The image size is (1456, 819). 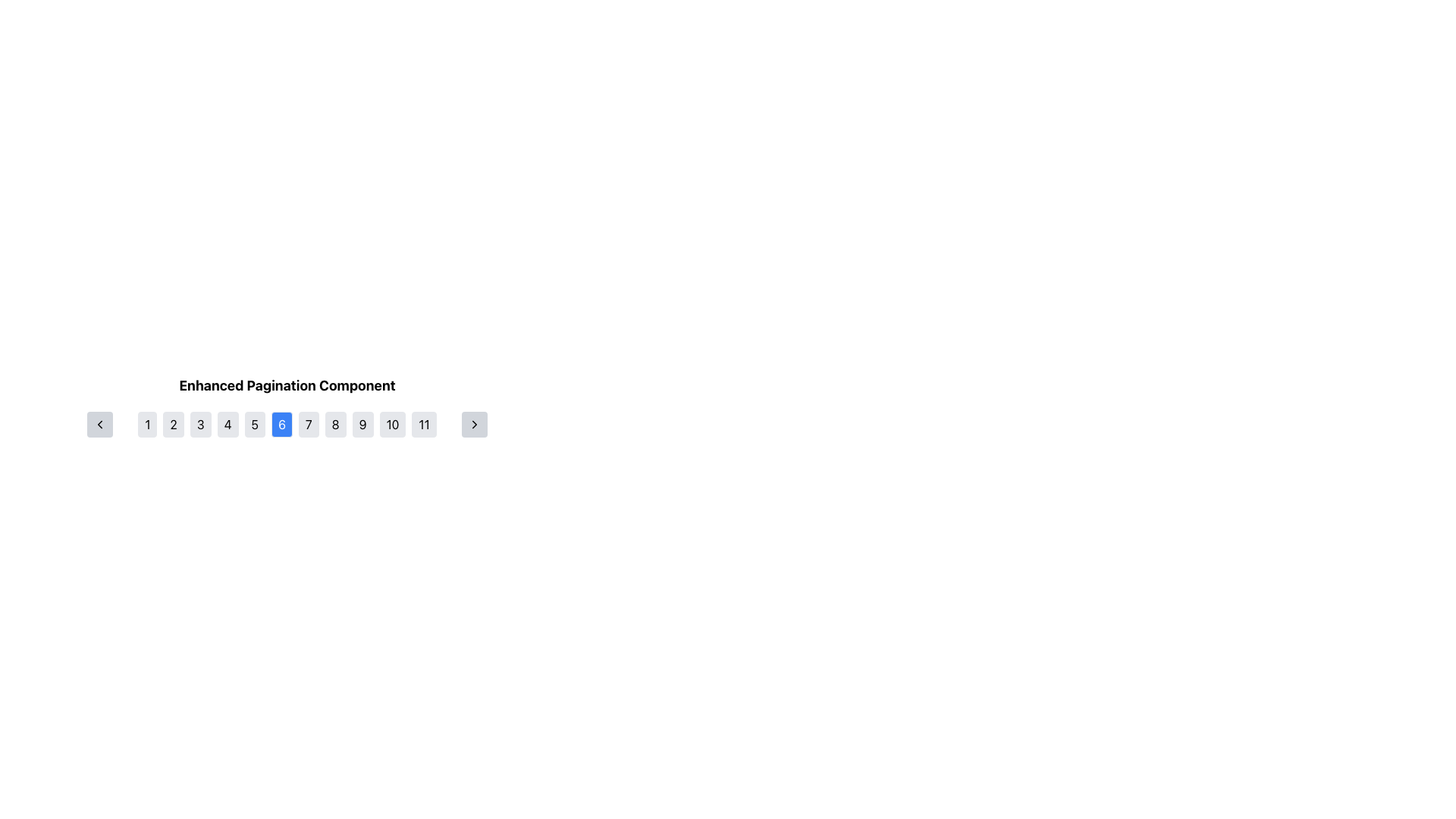 What do you see at coordinates (424, 424) in the screenshot?
I see `the rectangular button with the bold black text '11', located as the last button on the far right of the pagination control` at bounding box center [424, 424].